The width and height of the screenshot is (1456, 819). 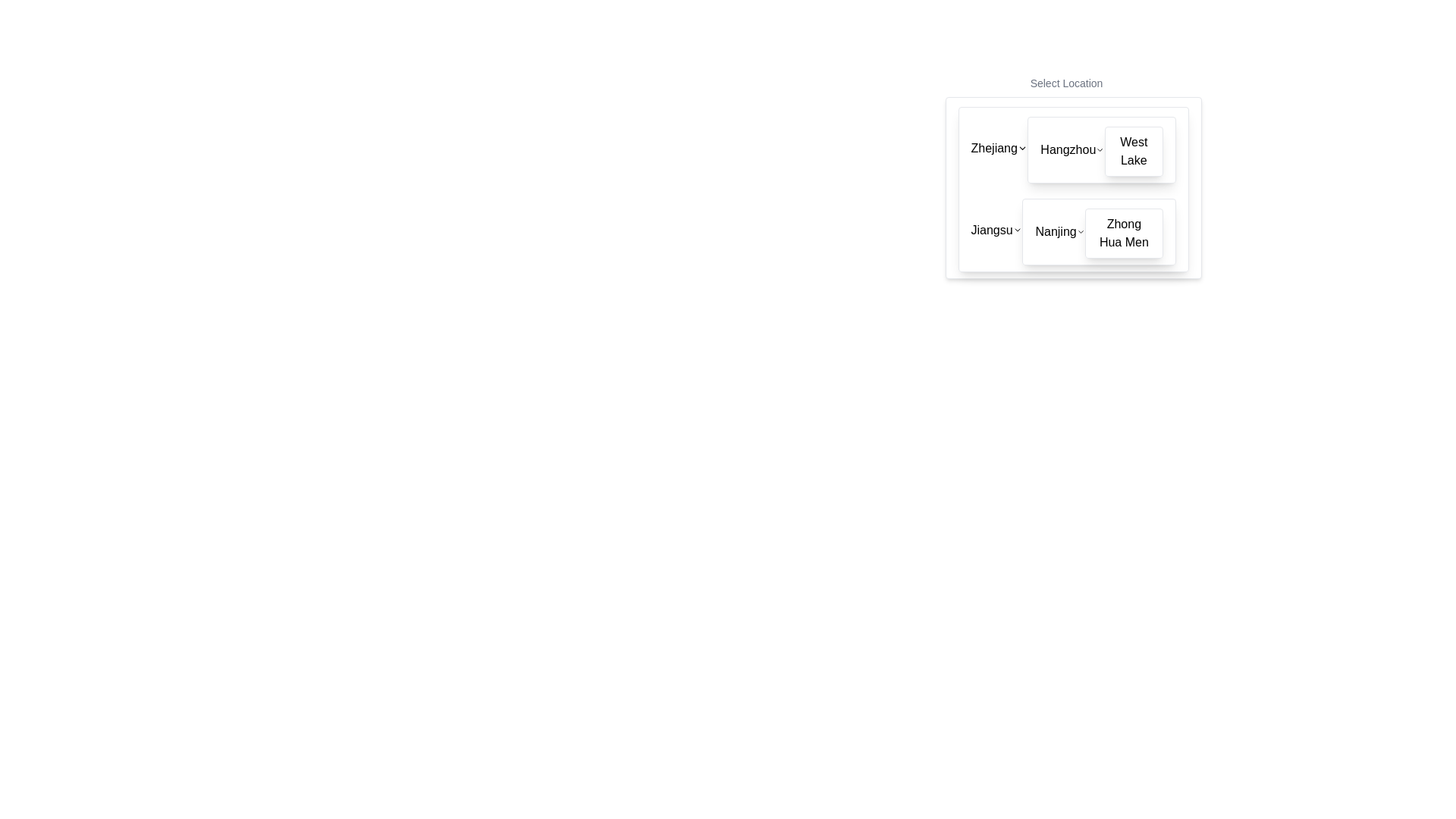 What do you see at coordinates (1134, 152) in the screenshot?
I see `the 'West Lake' card element within the dropdown menu that appears under the 'Hangzhou' option` at bounding box center [1134, 152].